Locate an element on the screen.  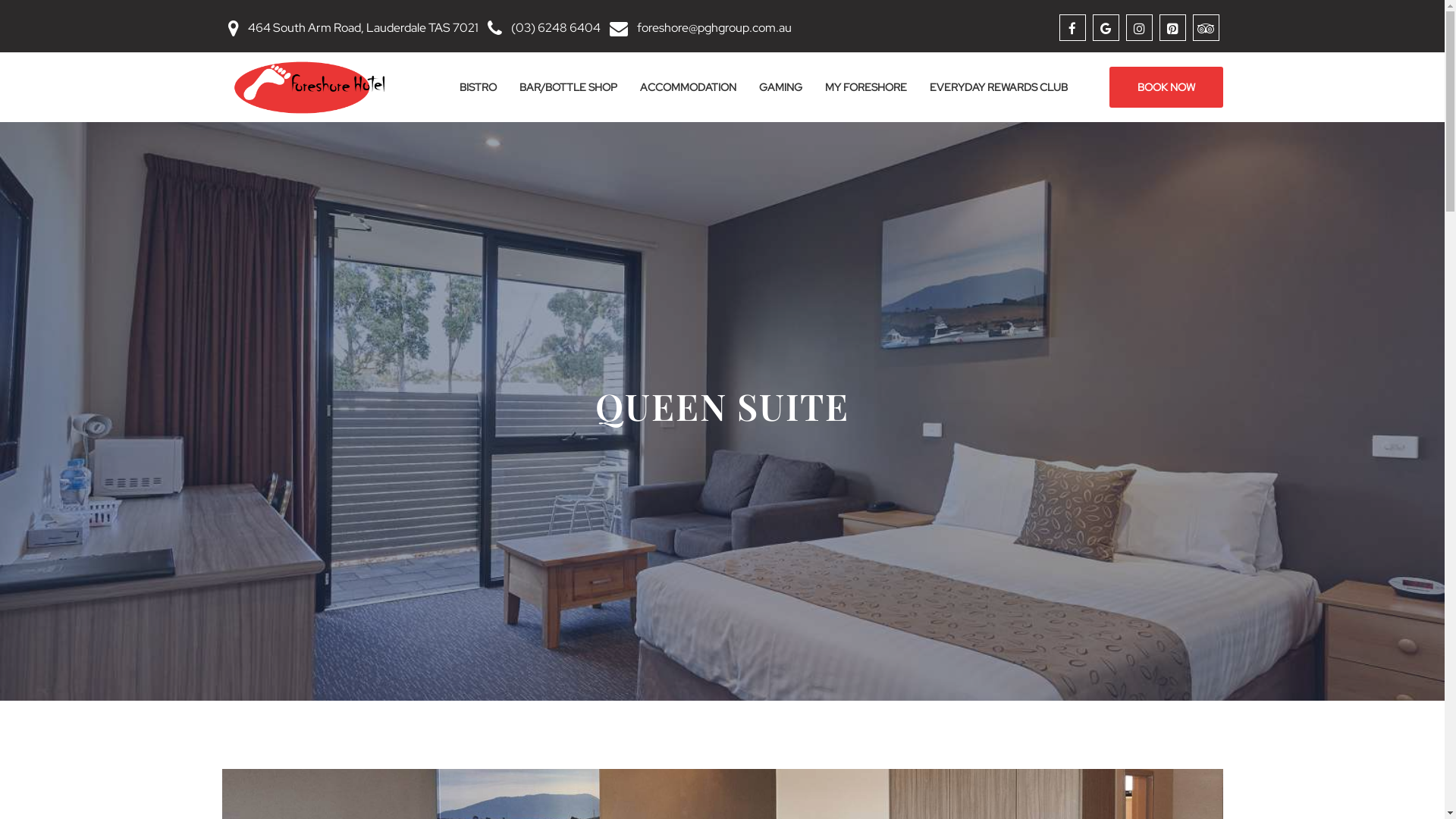
'ACCOMMODATION' is located at coordinates (628, 87).